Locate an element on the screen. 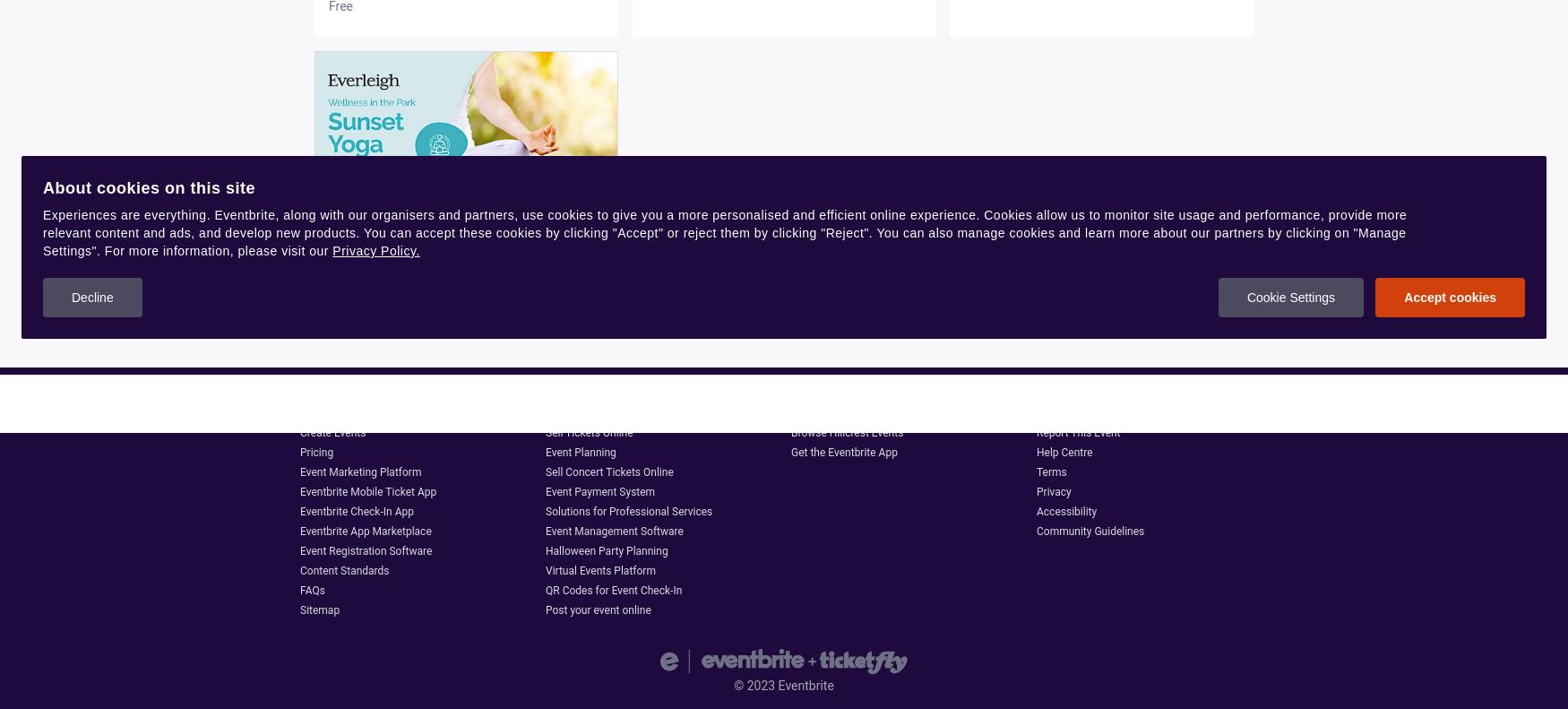 This screenshot has width=1568, height=709. 'Community Guidelines' is located at coordinates (1090, 531).